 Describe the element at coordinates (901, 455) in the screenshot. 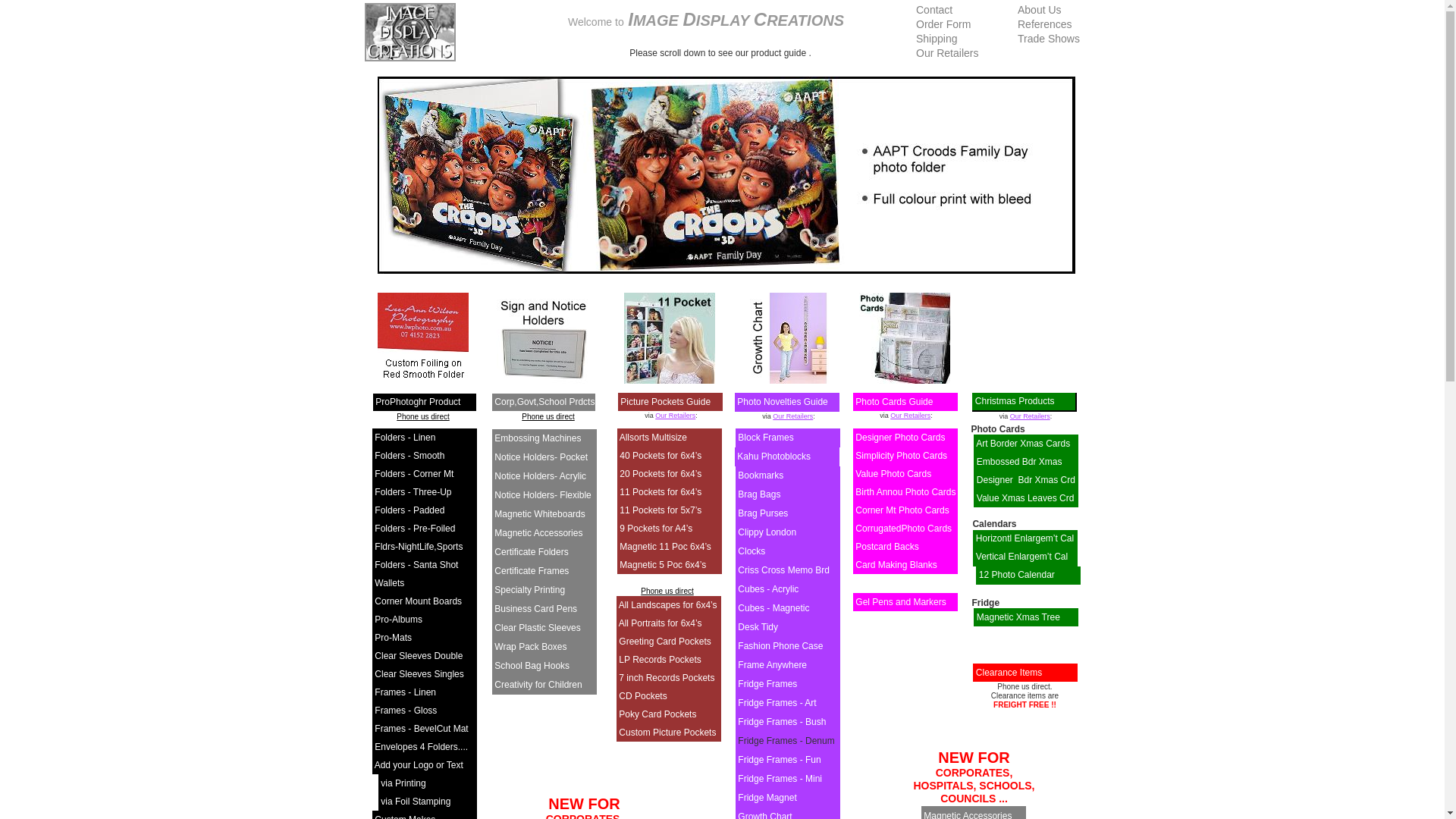

I see `'Simplicity Photo Cards'` at that location.